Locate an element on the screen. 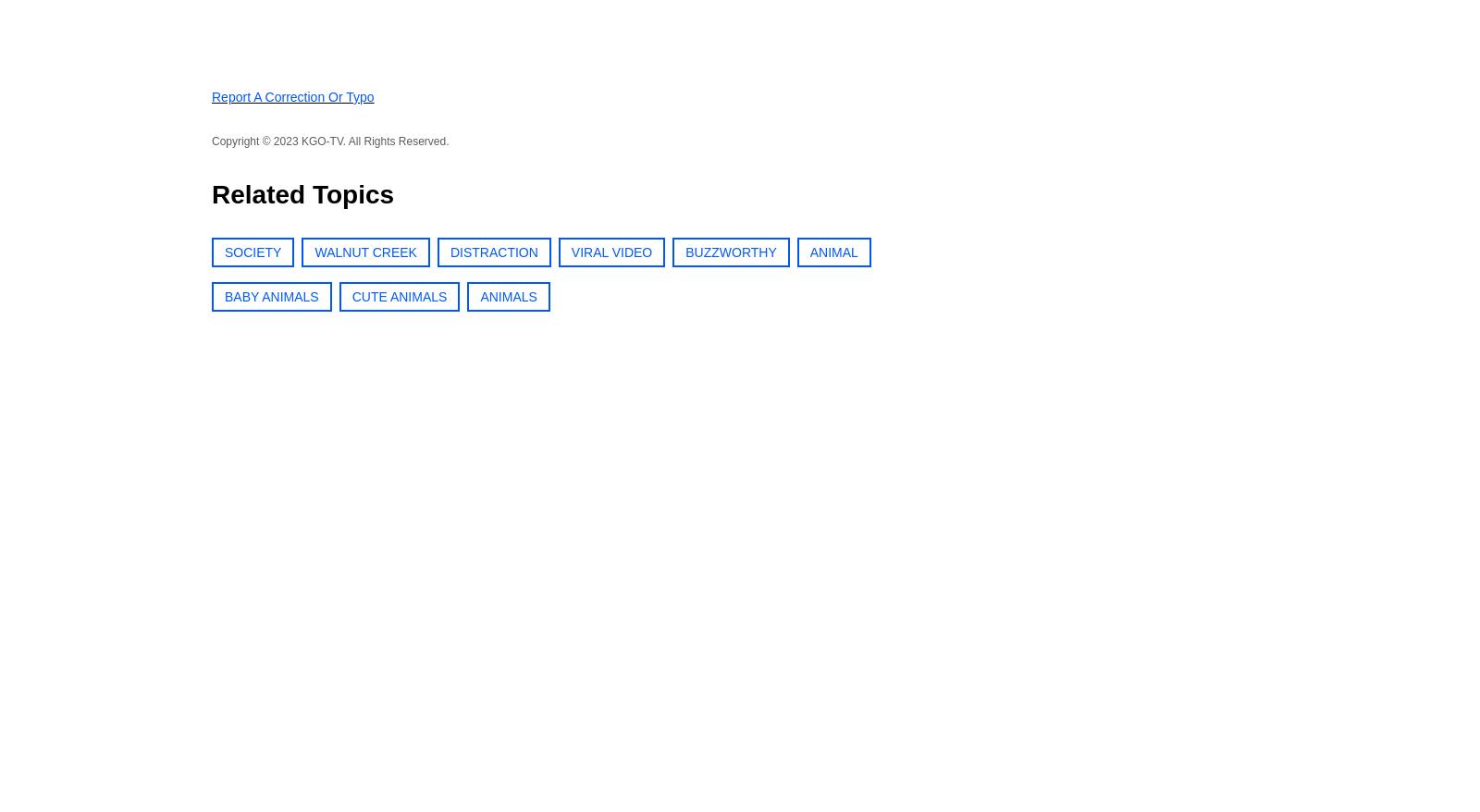 The width and height of the screenshot is (1480, 812). 'Report a correction or typo' is located at coordinates (292, 95).